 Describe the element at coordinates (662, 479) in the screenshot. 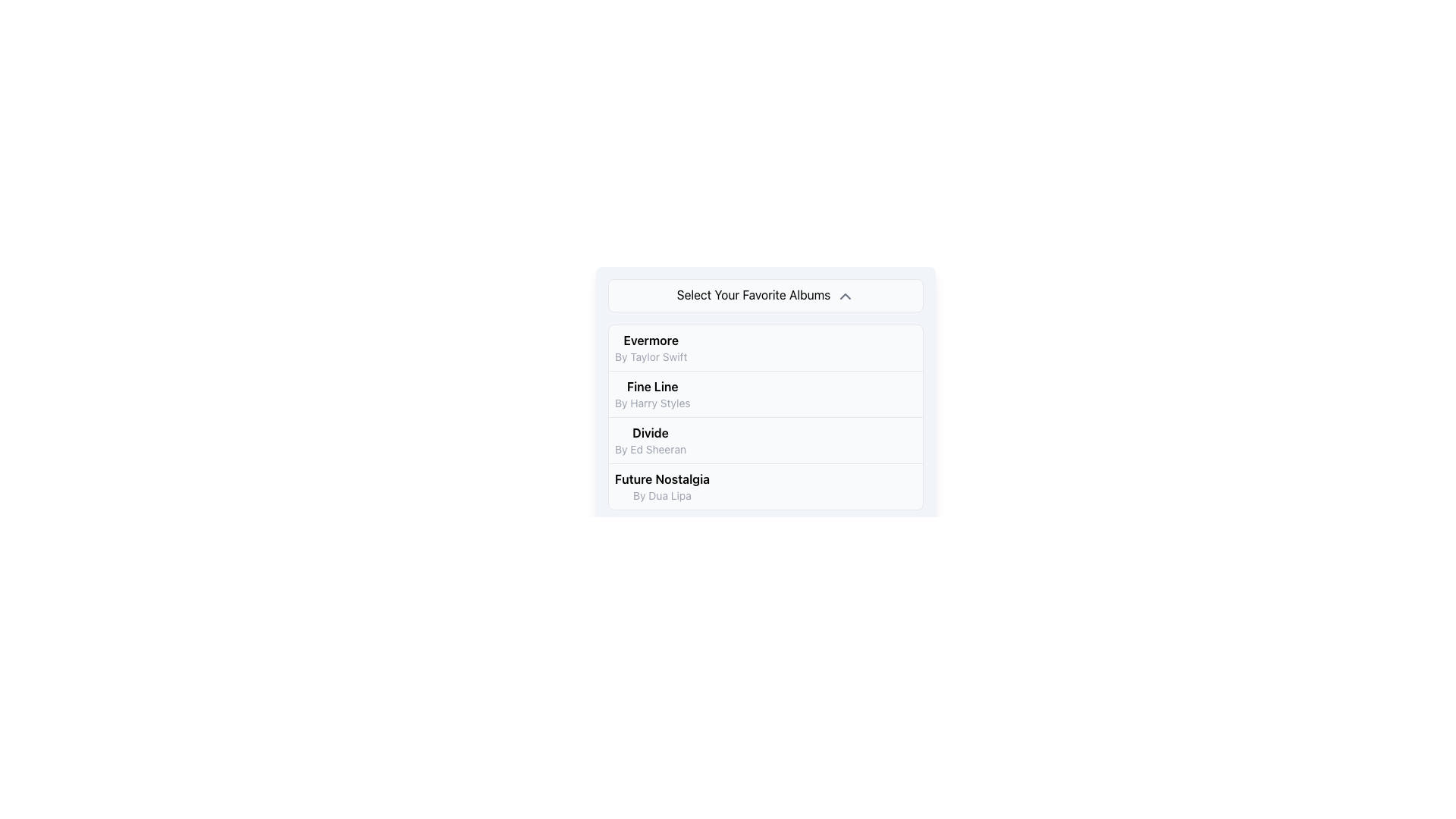

I see `the title text for the fourth album in the 'Select Your Favorite Albums' list, which is positioned above the text 'By Dua Lipa'` at that location.